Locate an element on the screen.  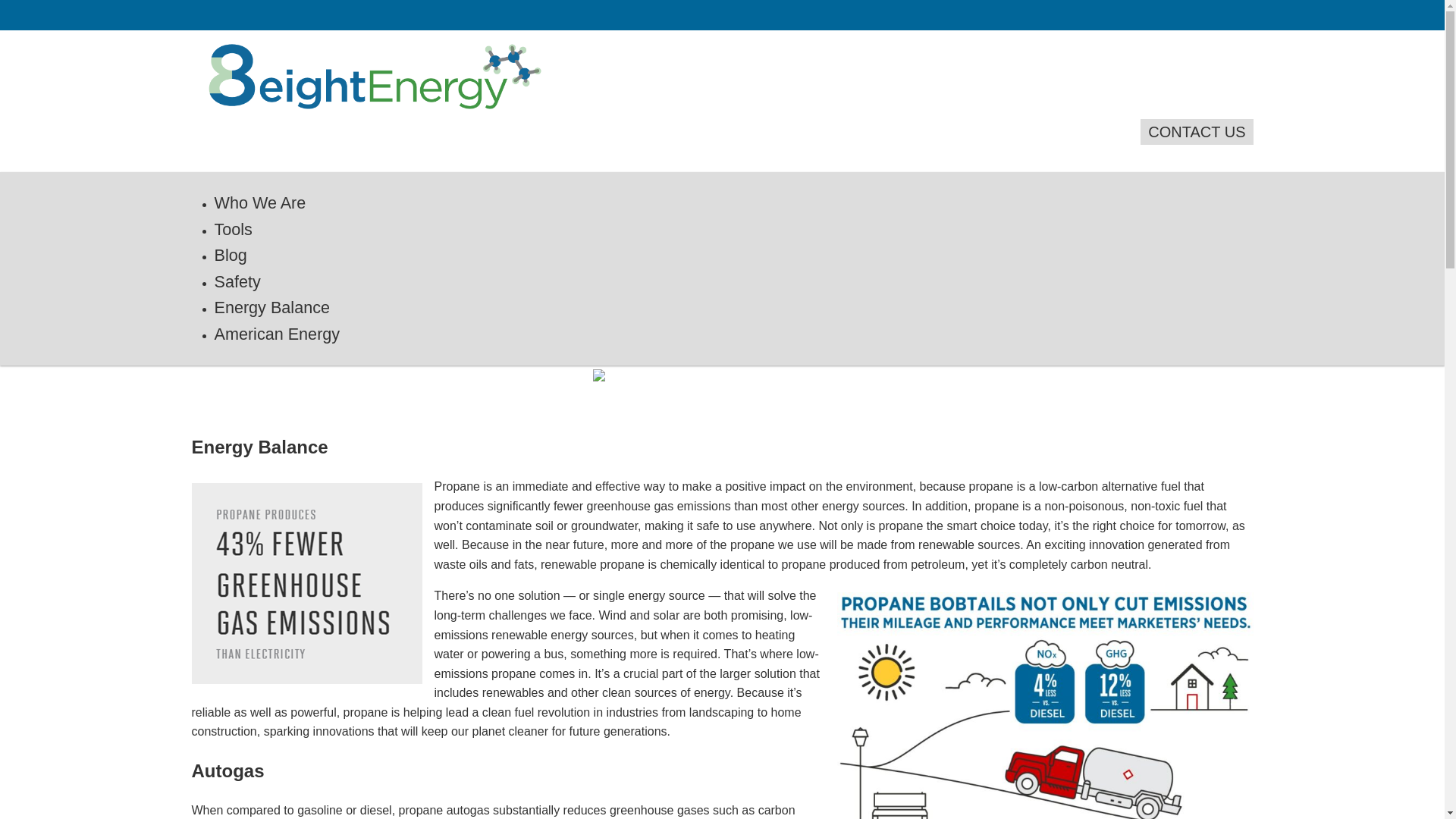
'CONTACT US' is located at coordinates (1140, 130).